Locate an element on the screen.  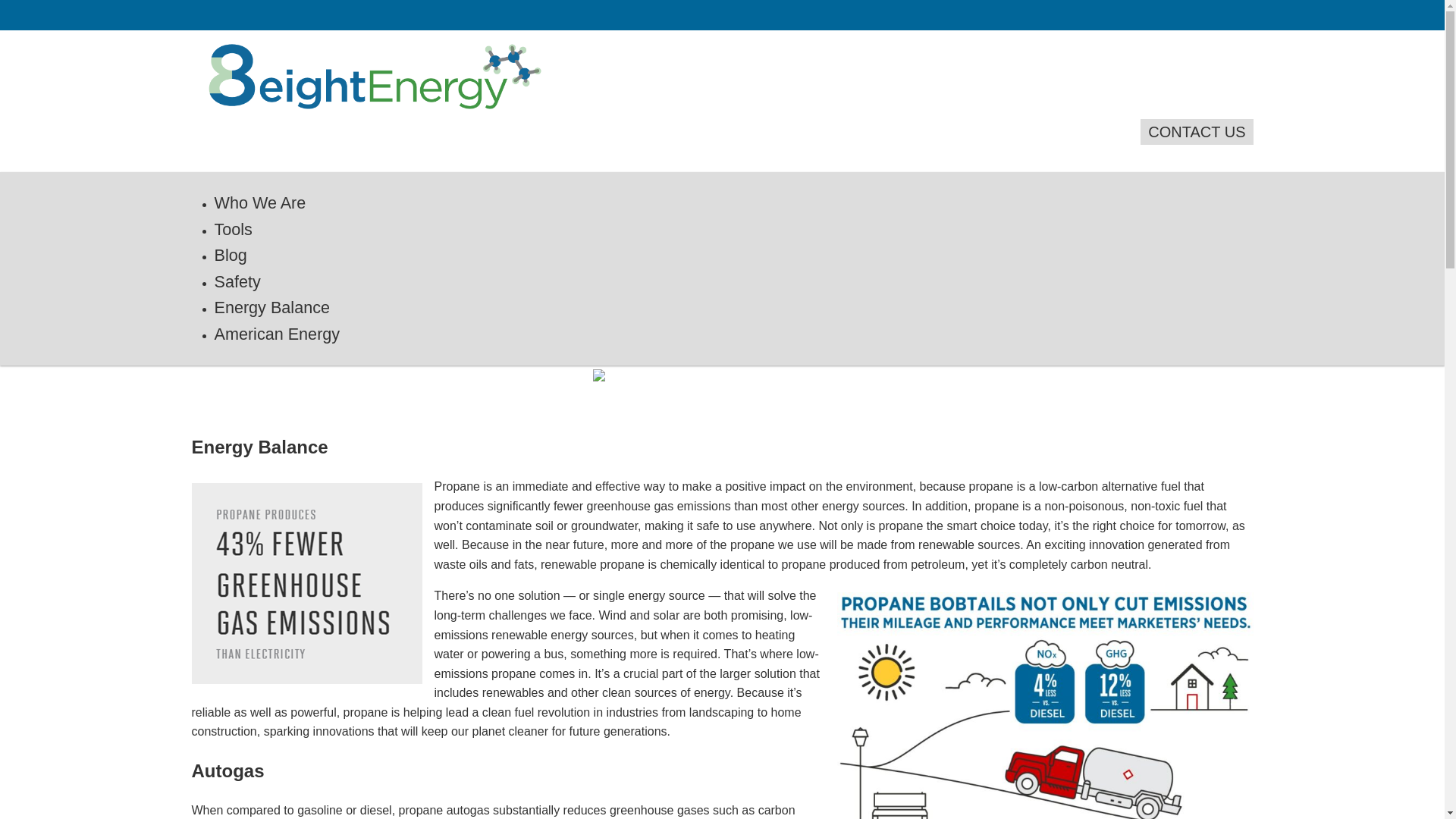
'CONTACT US' is located at coordinates (1140, 130).